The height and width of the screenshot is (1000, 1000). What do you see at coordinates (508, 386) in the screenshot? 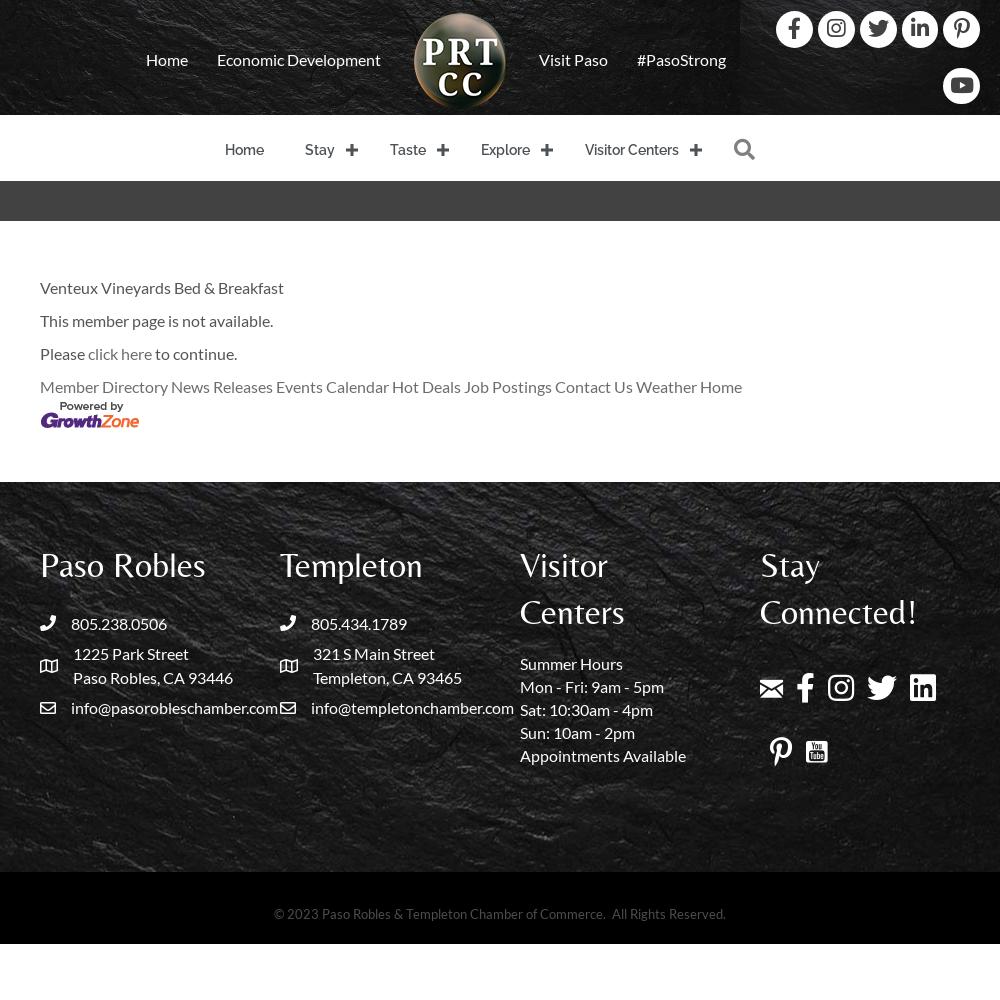
I see `'Job Postings'` at bounding box center [508, 386].